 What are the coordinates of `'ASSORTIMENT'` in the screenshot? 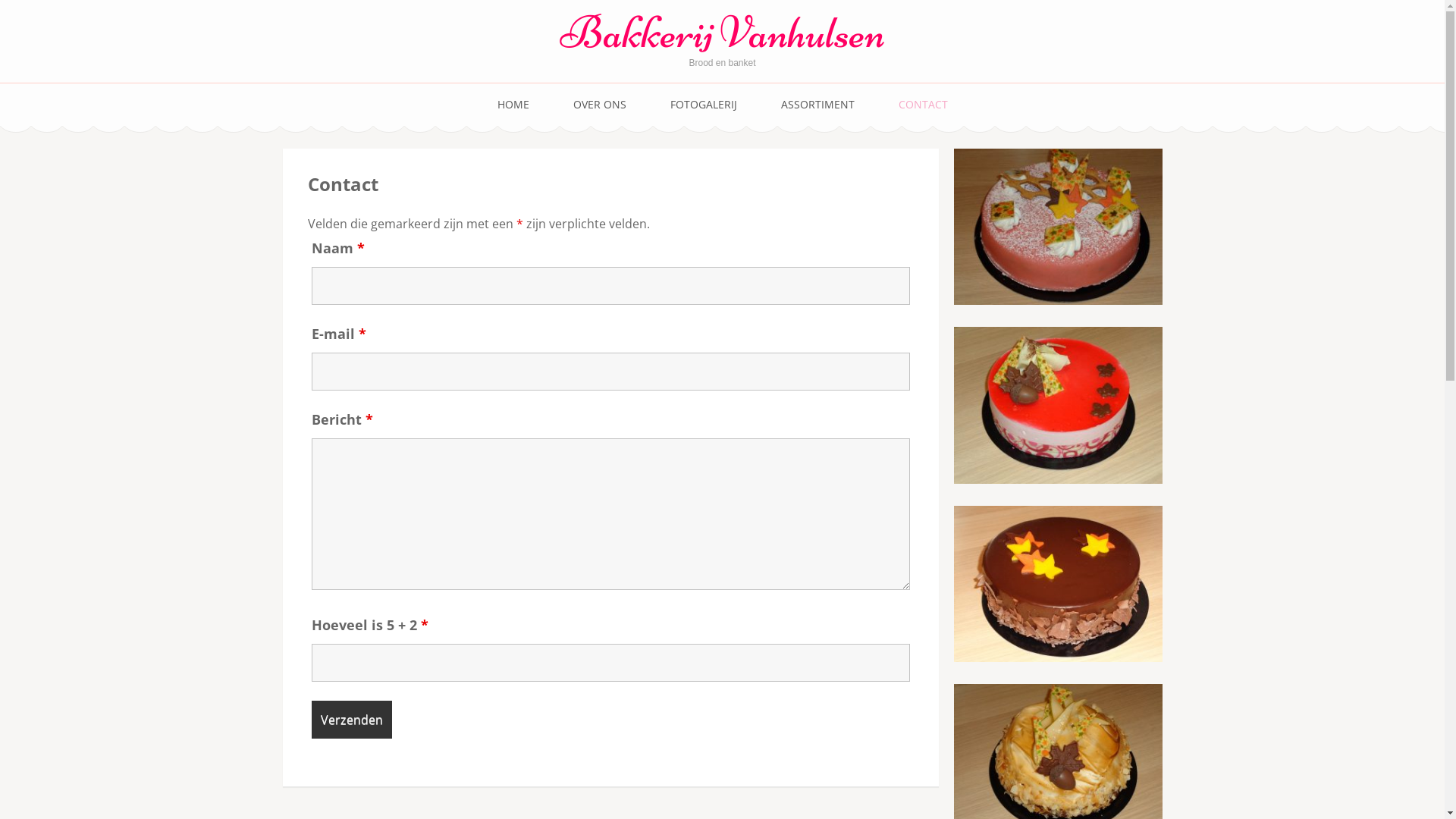 It's located at (817, 104).